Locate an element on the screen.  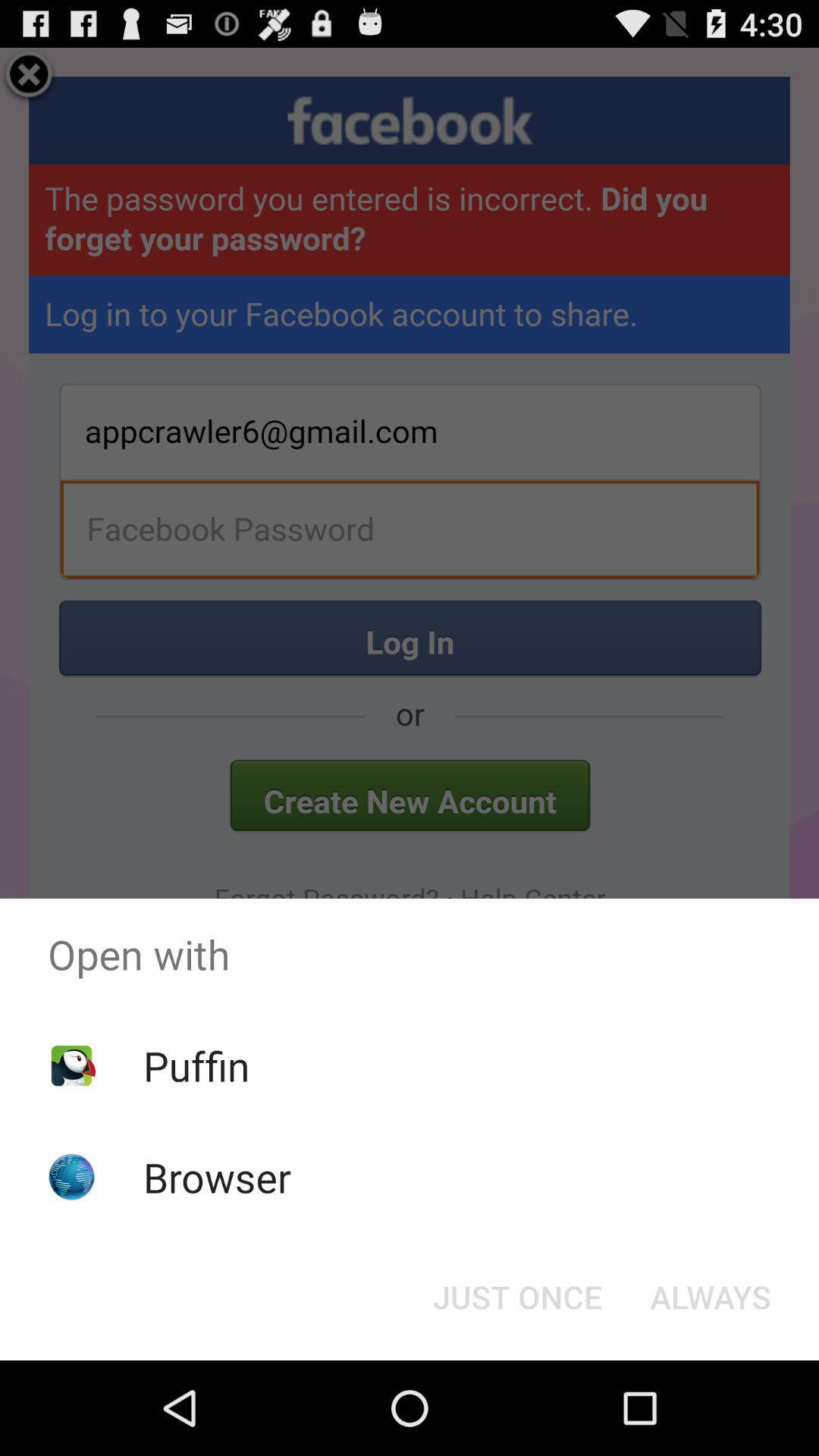
button to the left of the always is located at coordinates (516, 1295).